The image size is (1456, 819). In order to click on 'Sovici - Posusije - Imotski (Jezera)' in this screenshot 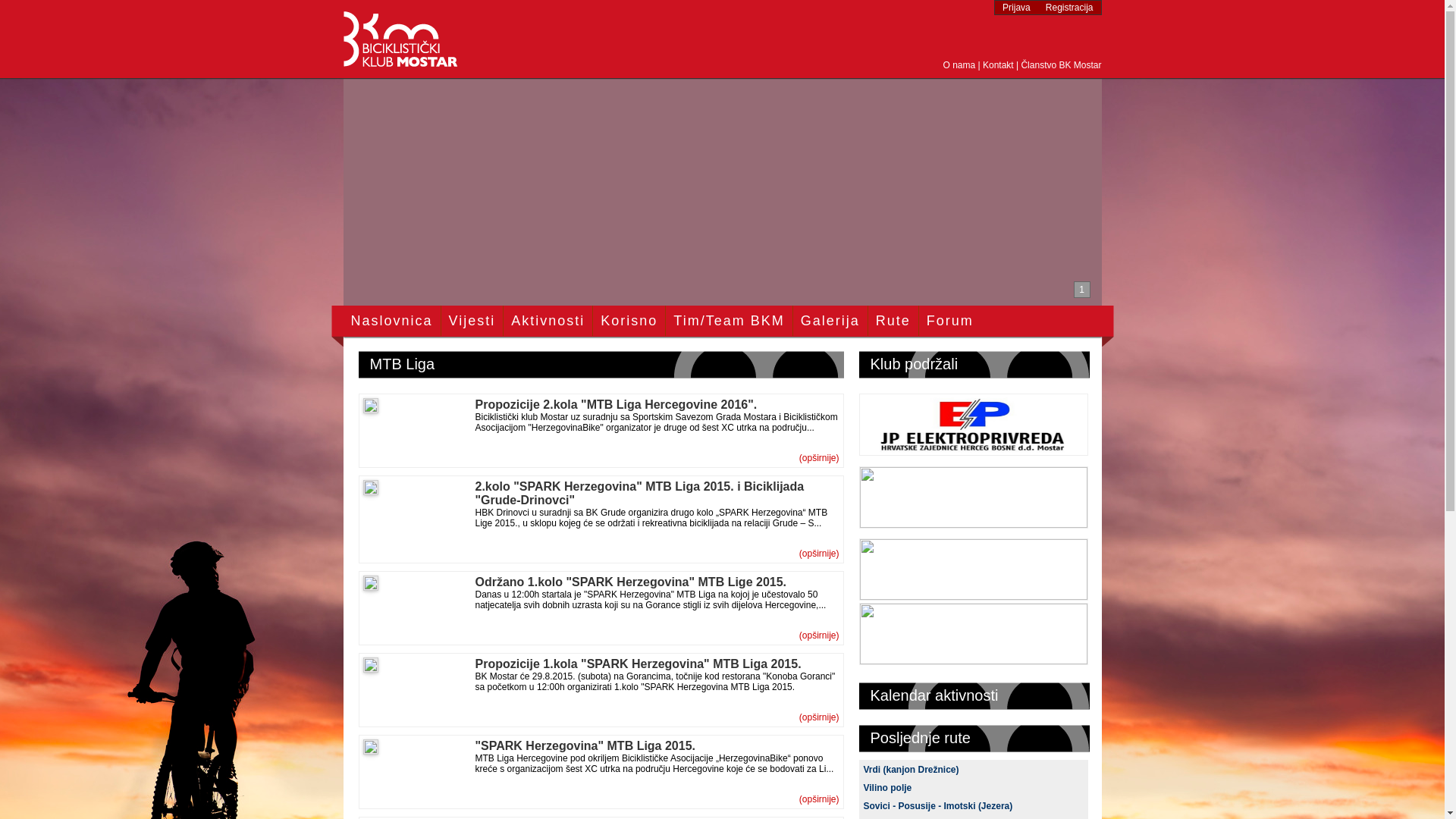, I will do `click(937, 805)`.